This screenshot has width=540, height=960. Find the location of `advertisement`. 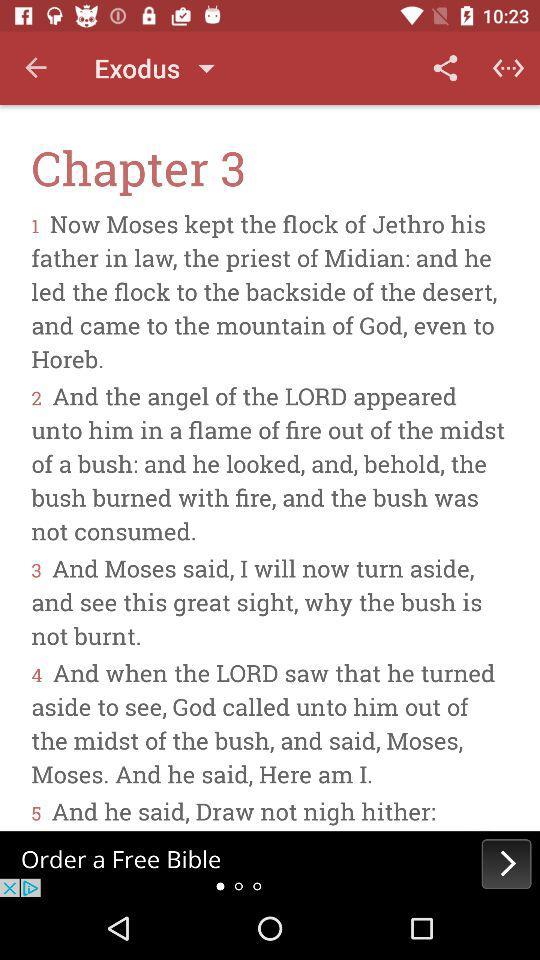

advertisement is located at coordinates (270, 863).